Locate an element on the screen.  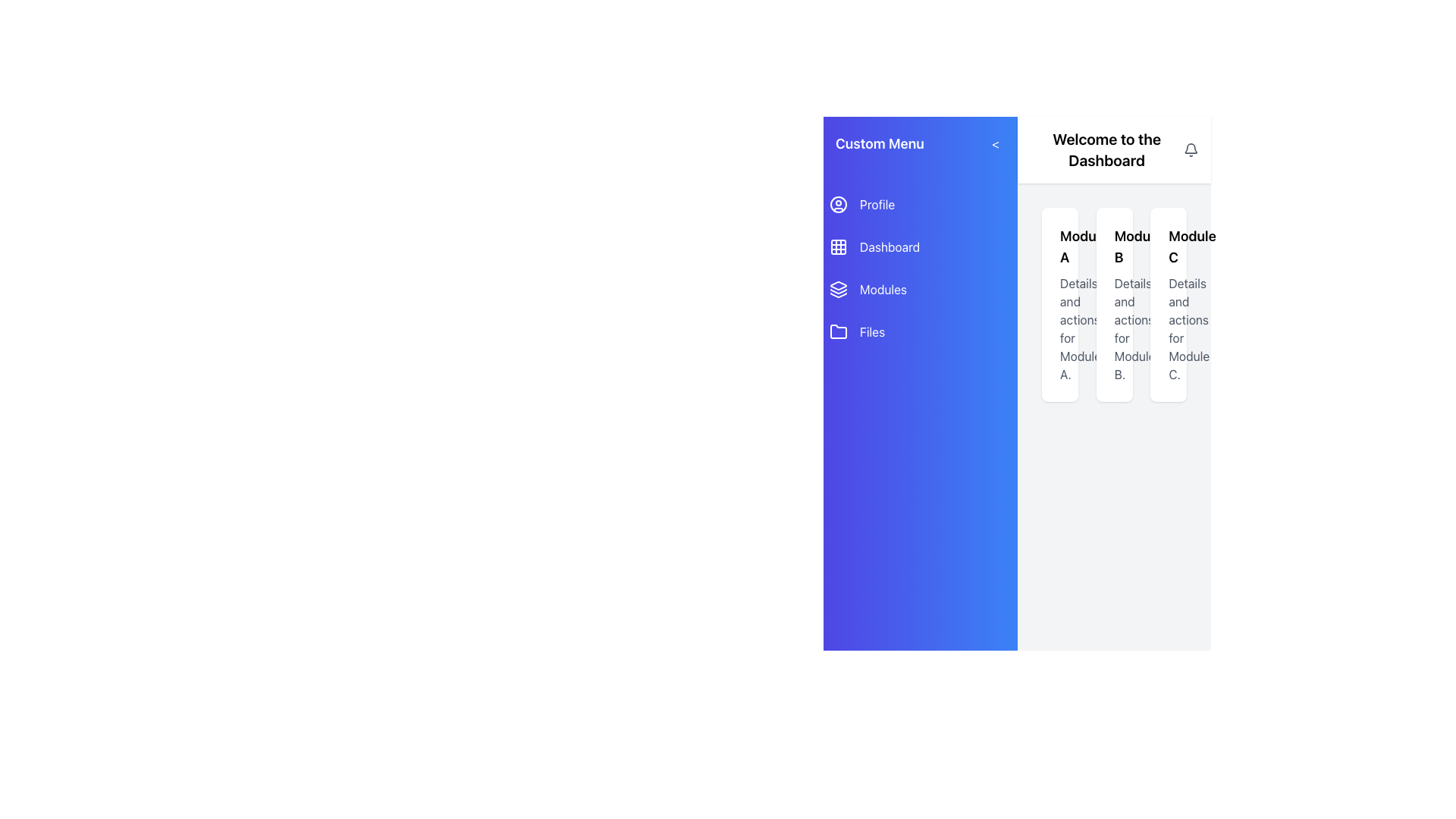
the main structure of the notification bell icon located in the top-right corner of the dashboard, adjacent to the 'Welcome to the Dashboard' title is located at coordinates (1191, 148).